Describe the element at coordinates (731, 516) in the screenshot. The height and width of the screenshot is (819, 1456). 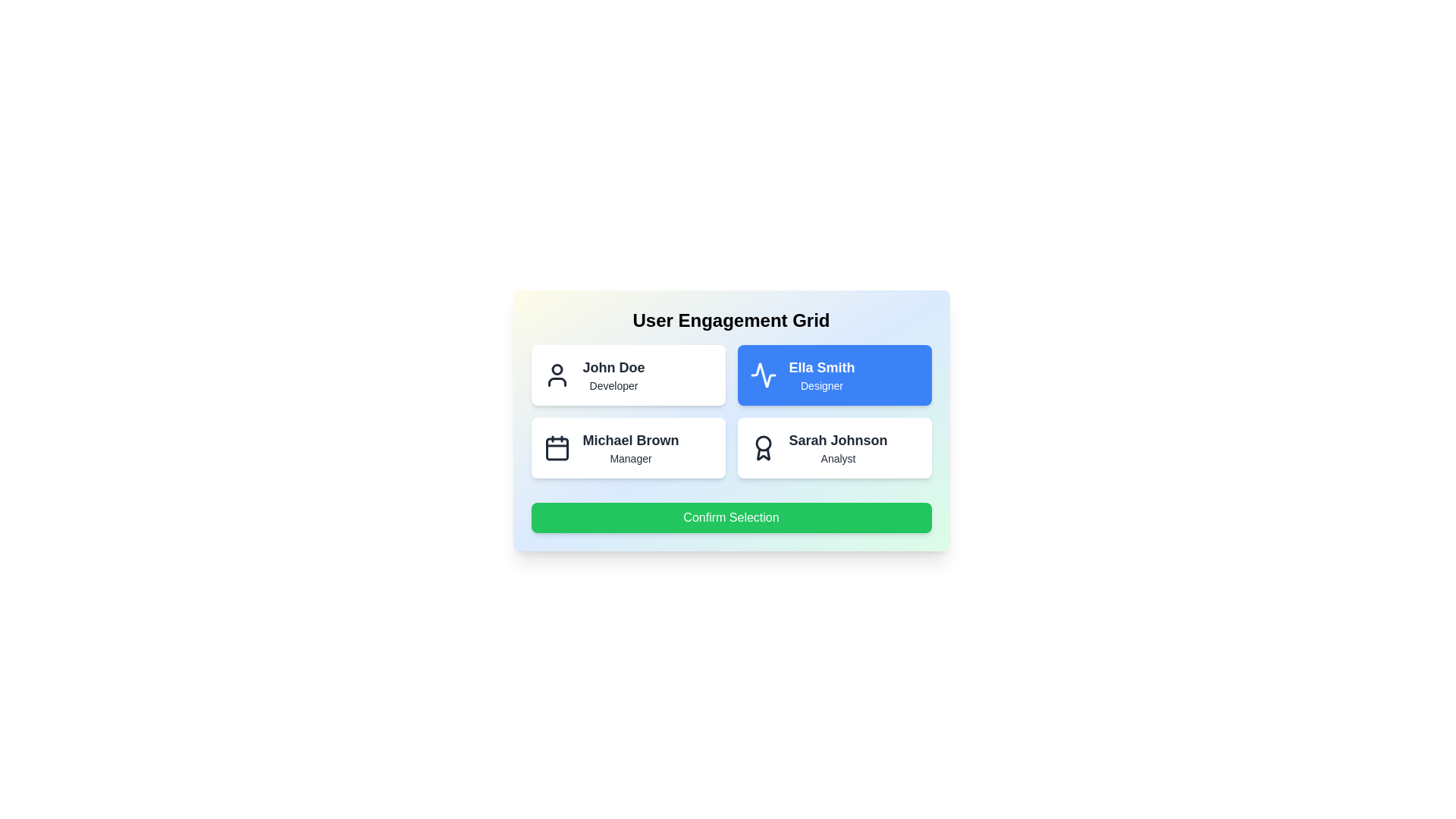
I see `'Confirm Selection' button to confirm the current selection` at that location.